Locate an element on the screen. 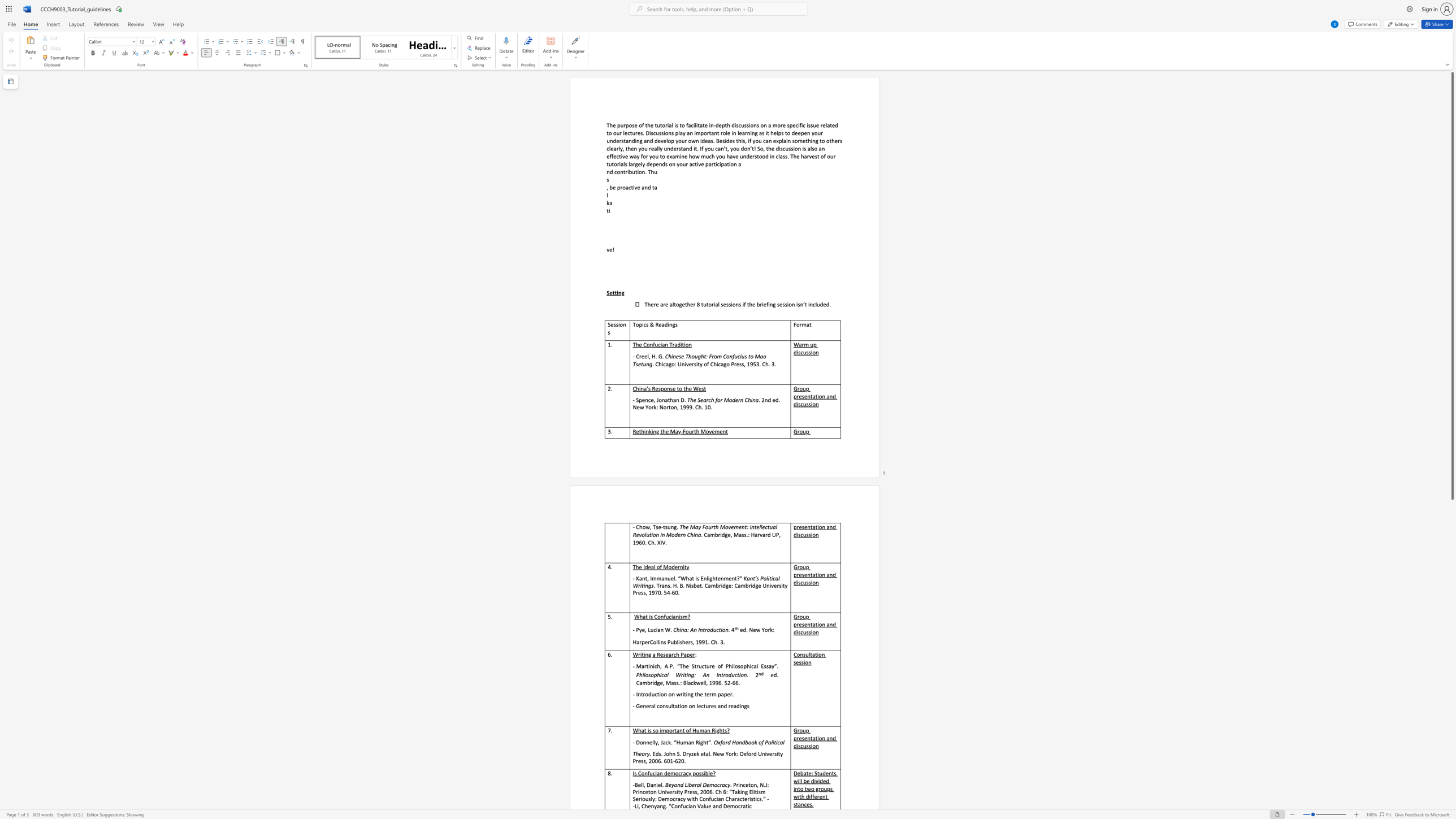 Image resolution: width=1456 pixels, height=819 pixels. the side scrollbar to bring the page down is located at coordinates (1451, 636).